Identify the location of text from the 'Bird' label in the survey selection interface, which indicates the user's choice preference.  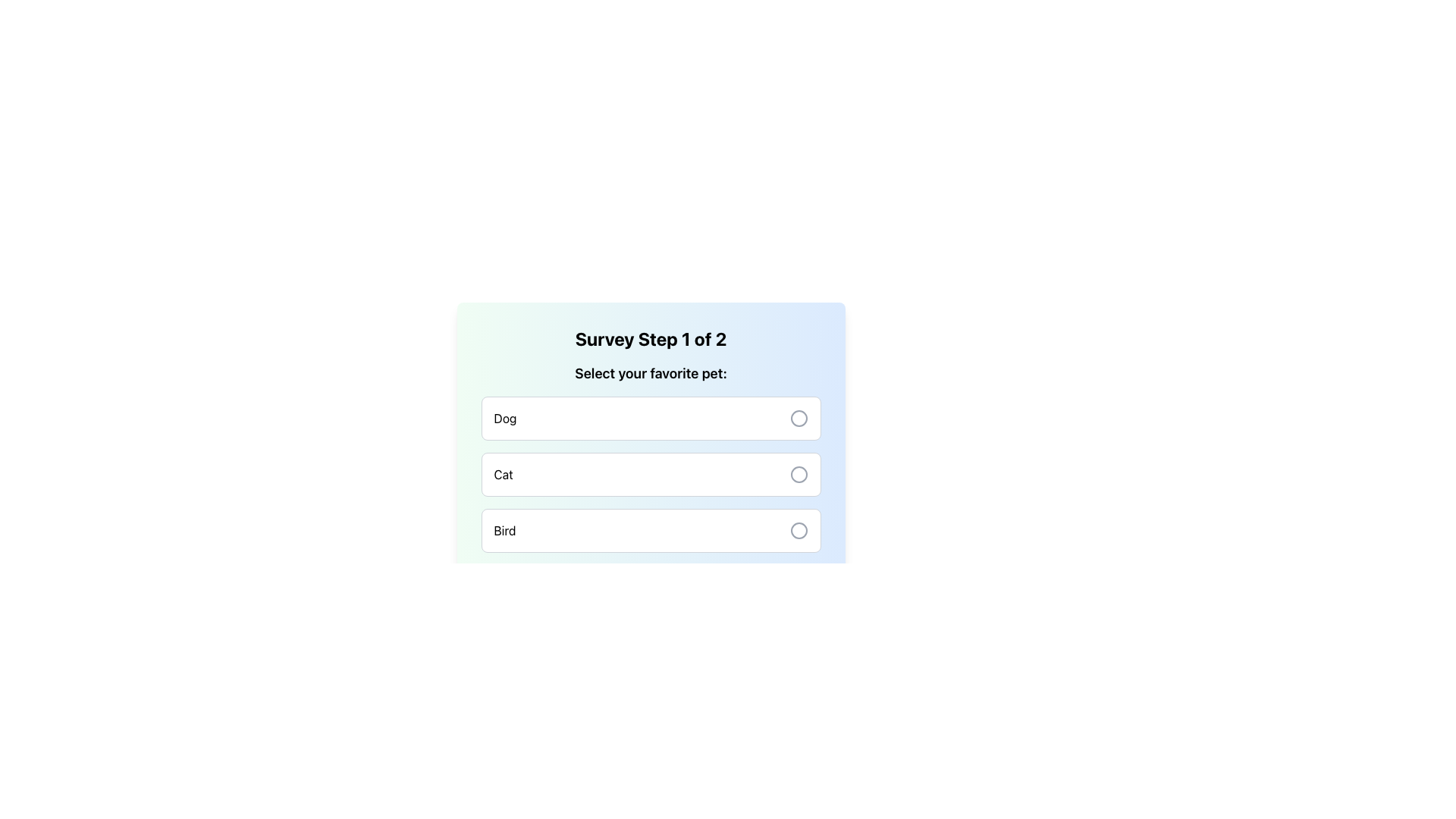
(504, 529).